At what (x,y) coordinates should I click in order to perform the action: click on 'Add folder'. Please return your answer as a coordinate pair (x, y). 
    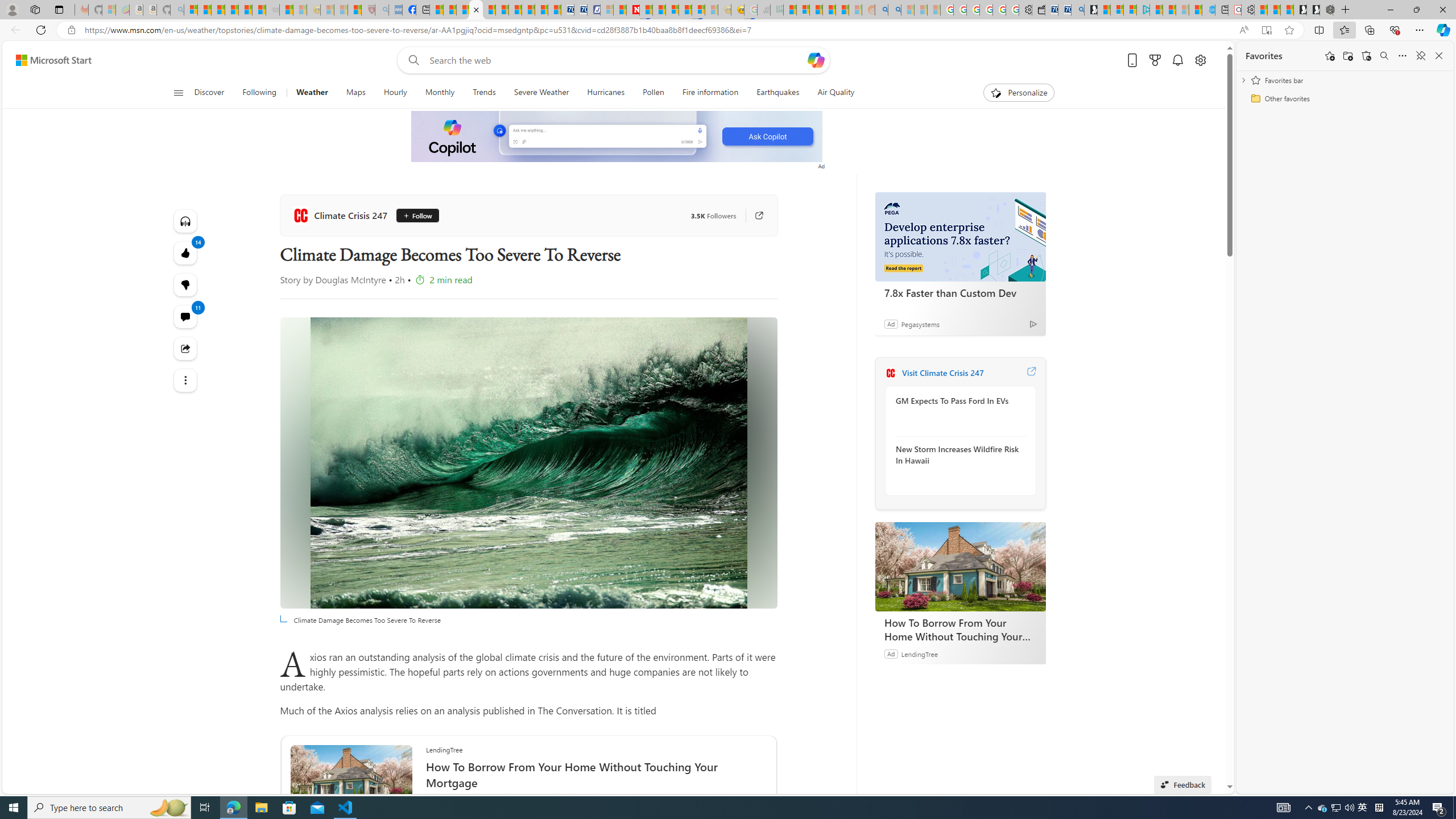
    Looking at the image, I should click on (1347, 55).